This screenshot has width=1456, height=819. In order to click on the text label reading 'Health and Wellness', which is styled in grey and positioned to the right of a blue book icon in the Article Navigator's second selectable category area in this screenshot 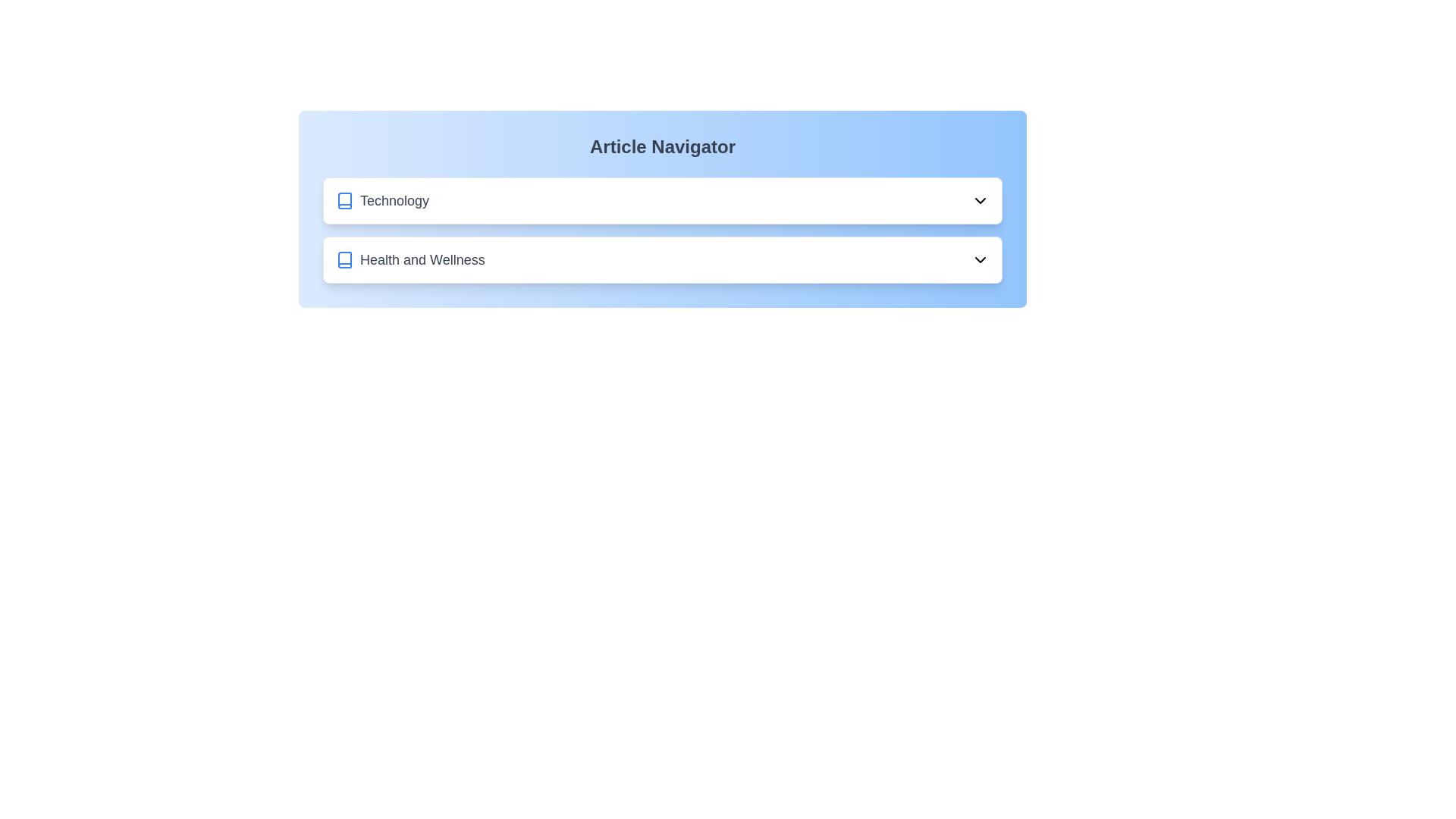, I will do `click(422, 259)`.